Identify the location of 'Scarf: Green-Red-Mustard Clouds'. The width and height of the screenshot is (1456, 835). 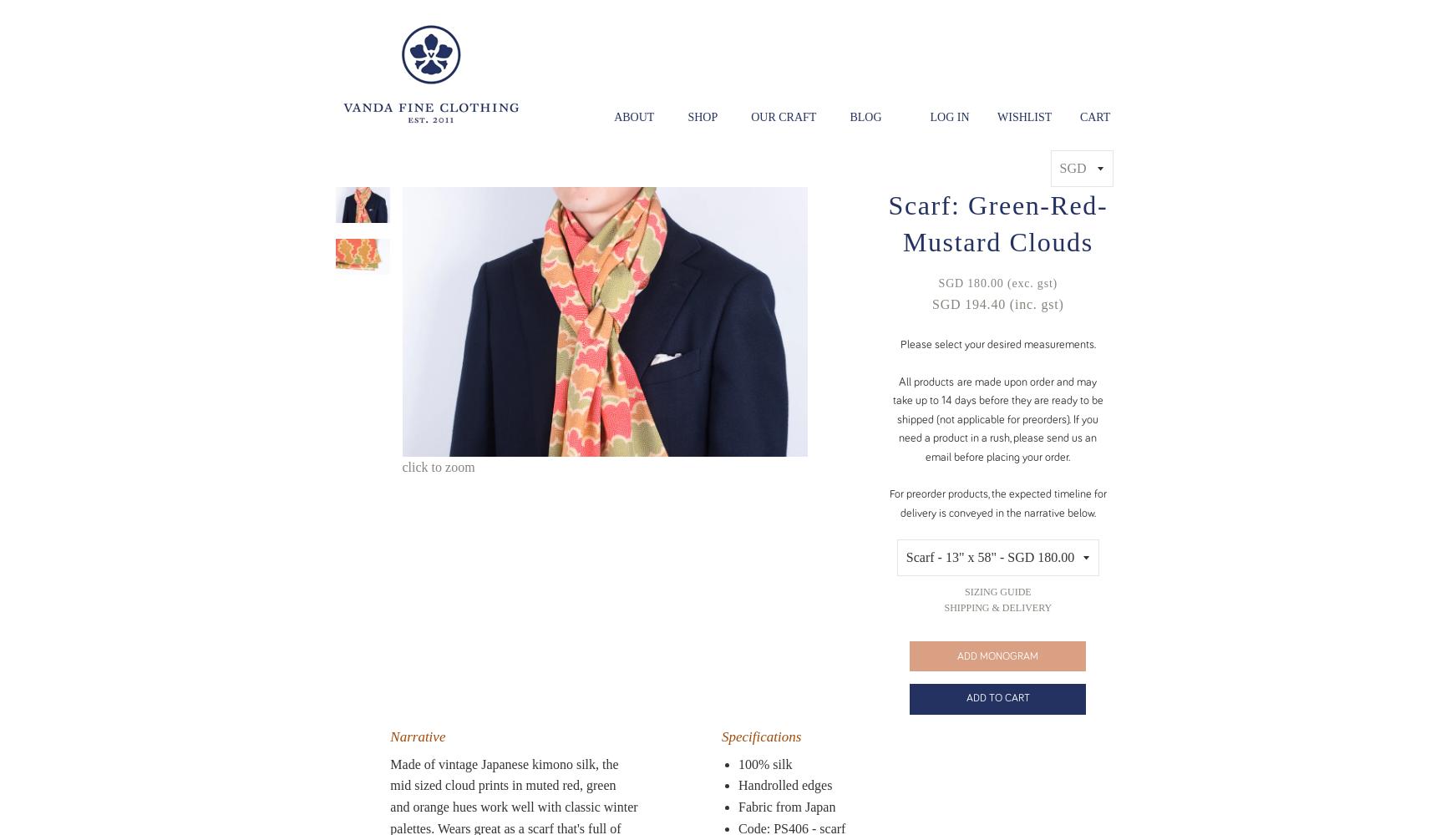
(997, 223).